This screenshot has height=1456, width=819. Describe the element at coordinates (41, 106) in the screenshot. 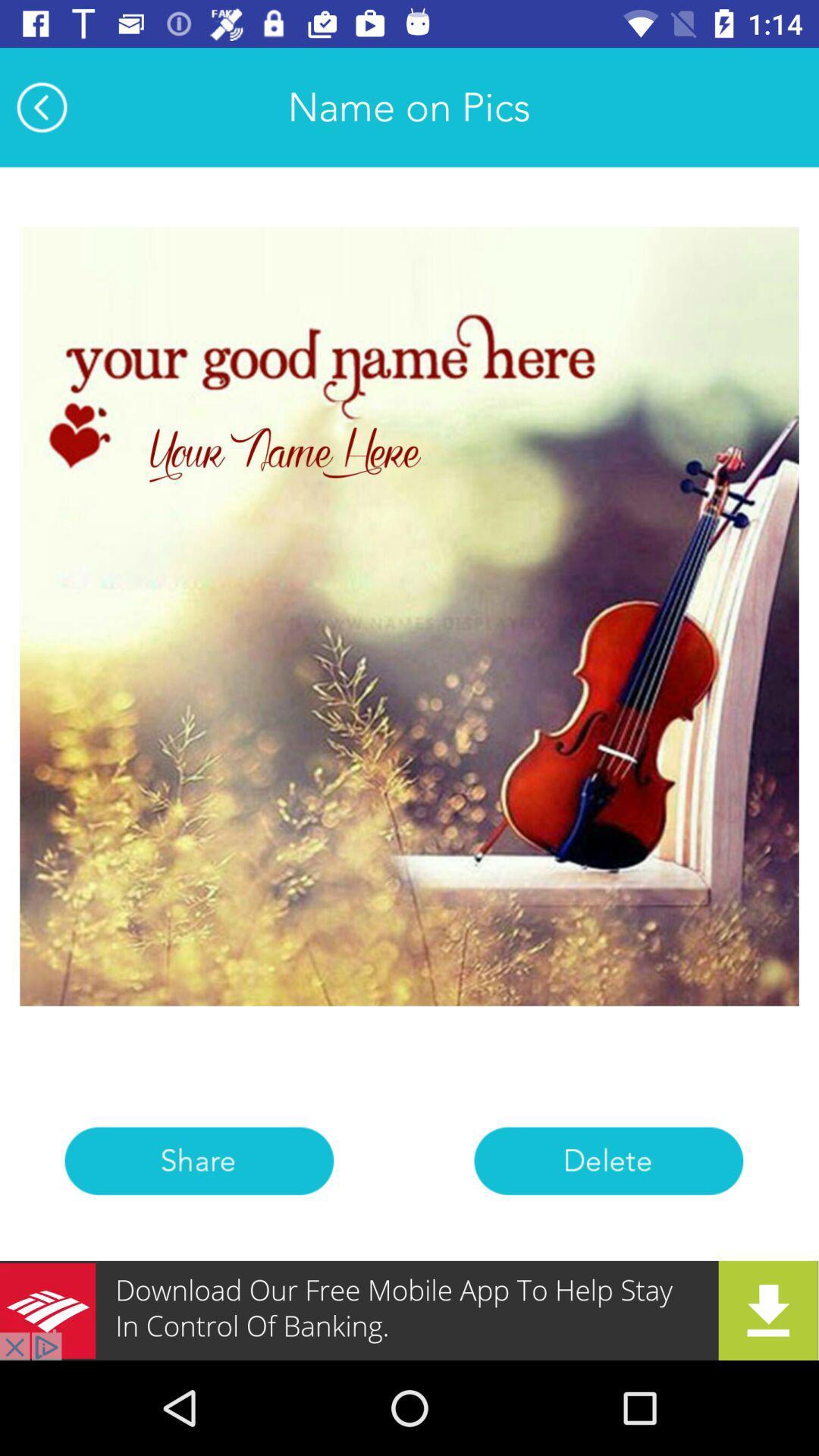

I see `the arrow_backward icon` at that location.